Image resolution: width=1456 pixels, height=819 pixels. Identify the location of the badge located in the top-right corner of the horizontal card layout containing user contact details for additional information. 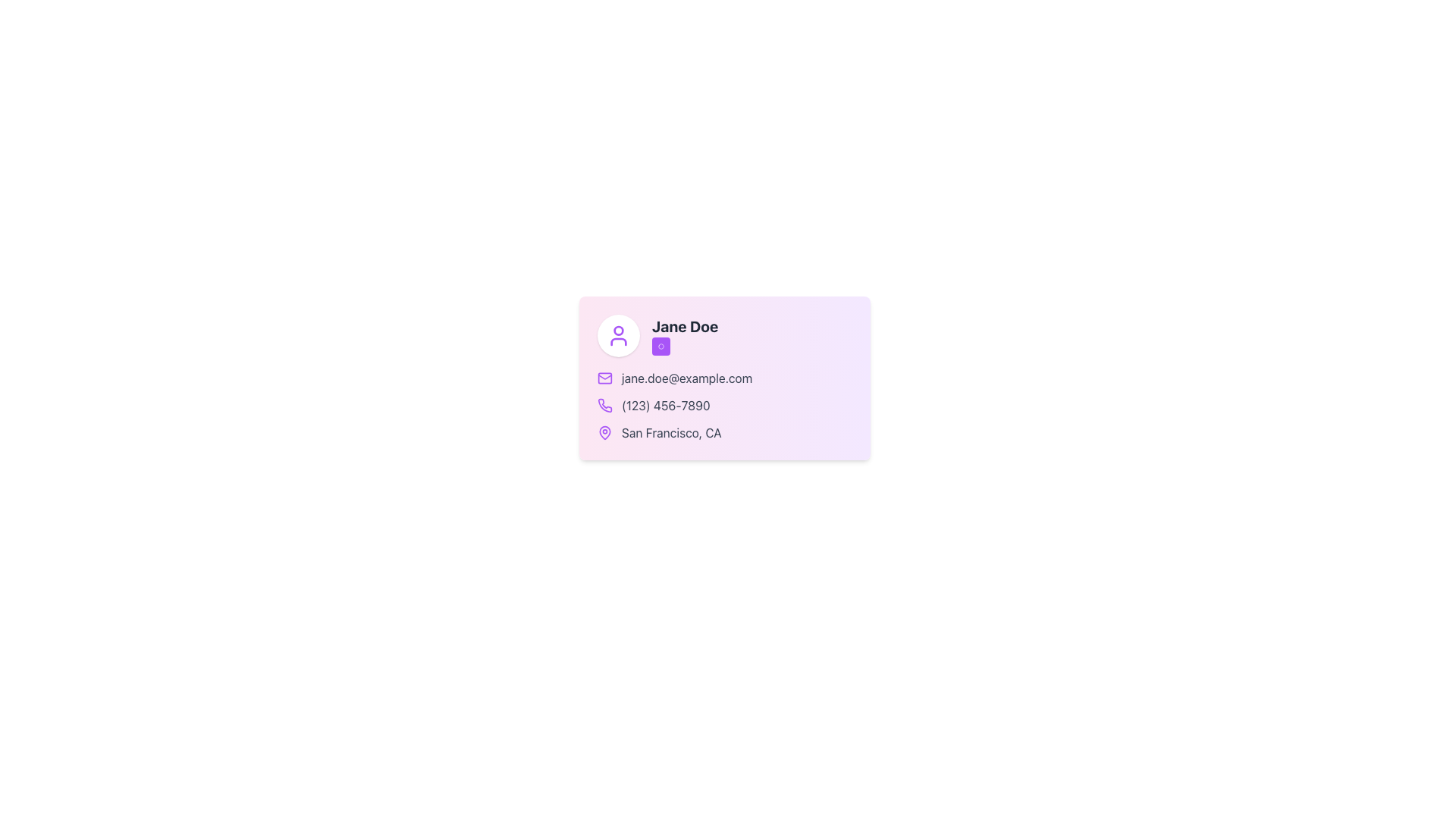
(684, 335).